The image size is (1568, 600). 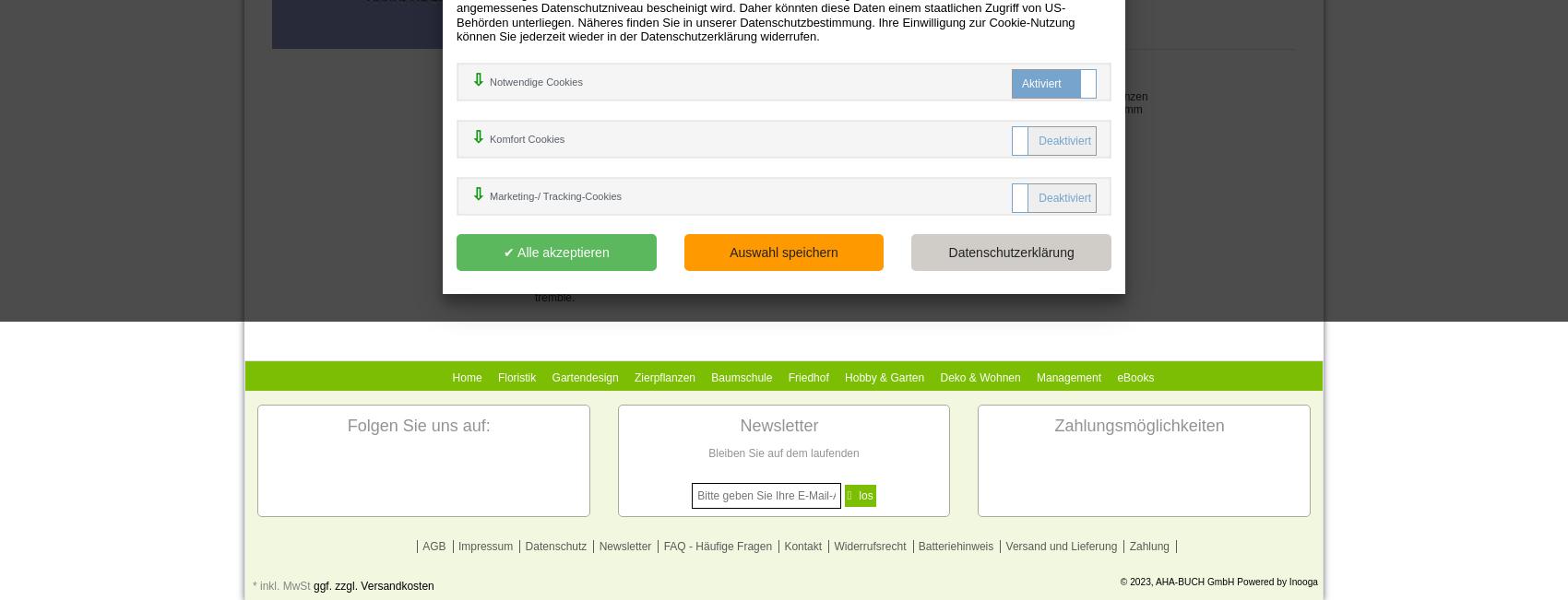 I want to click on 'ISBN-13:', so click(x=557, y=68).